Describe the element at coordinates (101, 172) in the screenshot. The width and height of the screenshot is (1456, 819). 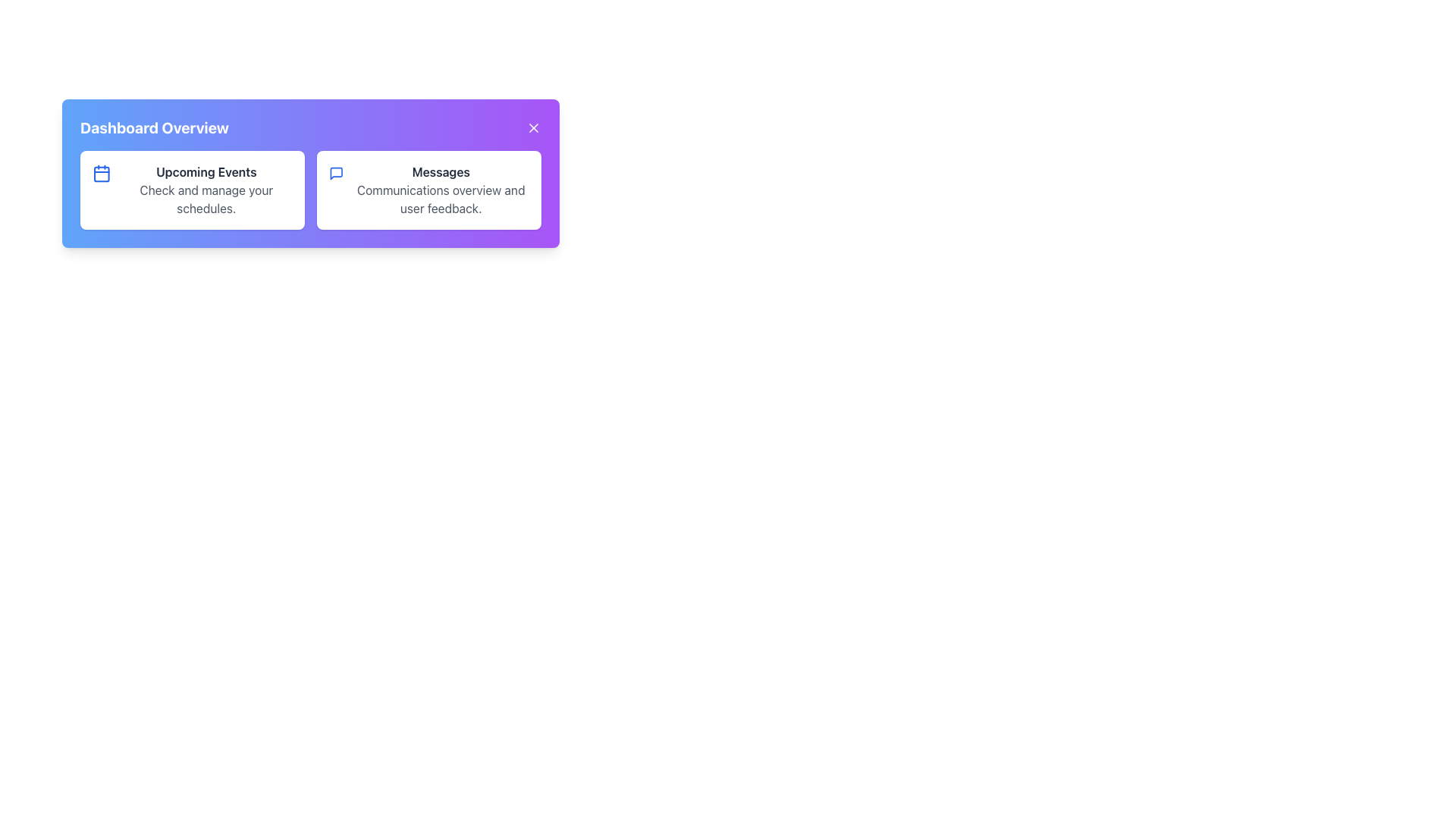
I see `the calendar icon with a blue outline located to the left of the 'Upcoming Events' text in the first content box` at that location.